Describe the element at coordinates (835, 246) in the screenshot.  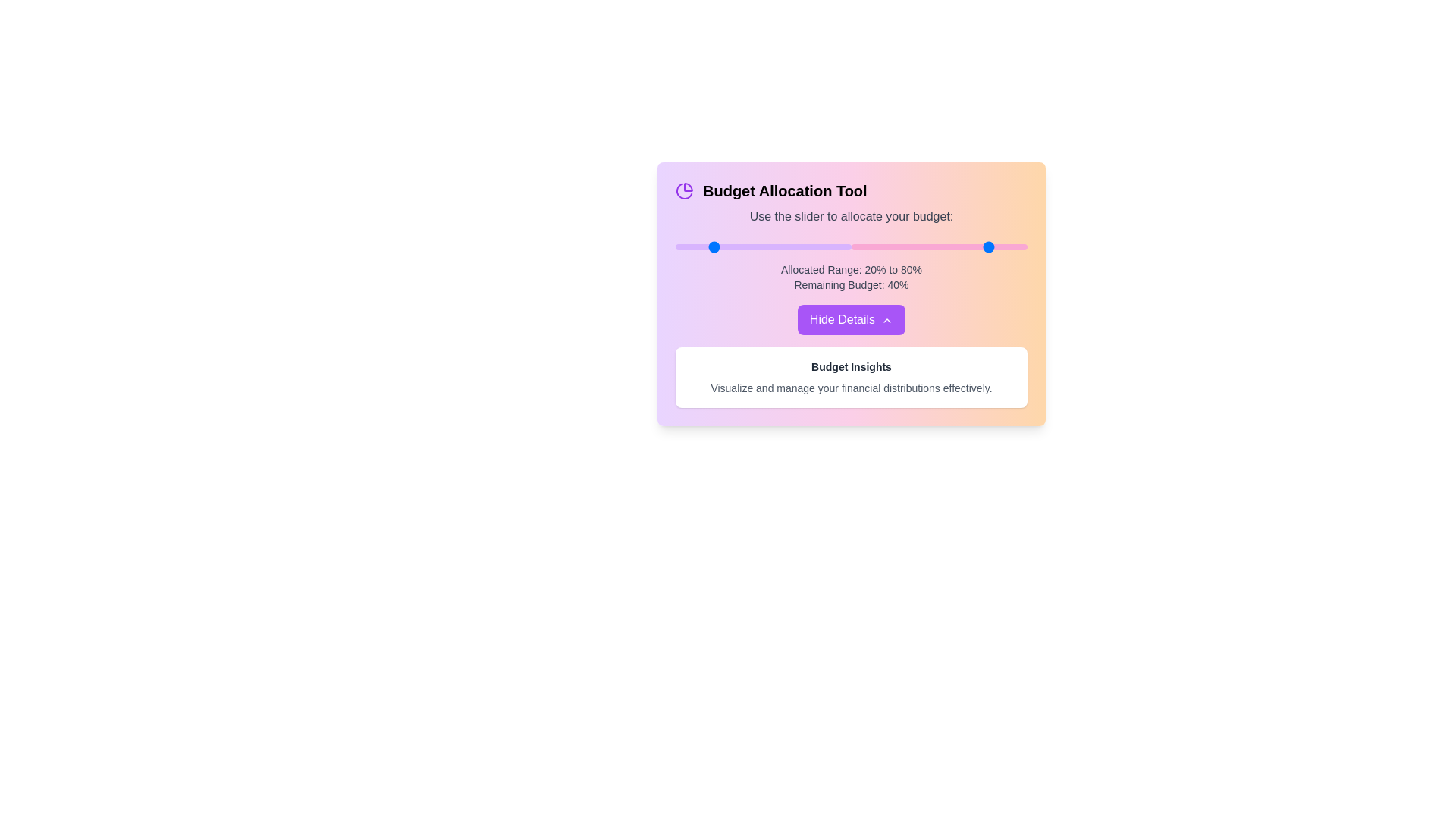
I see `the first slider to set the starting percentage to 91` at that location.